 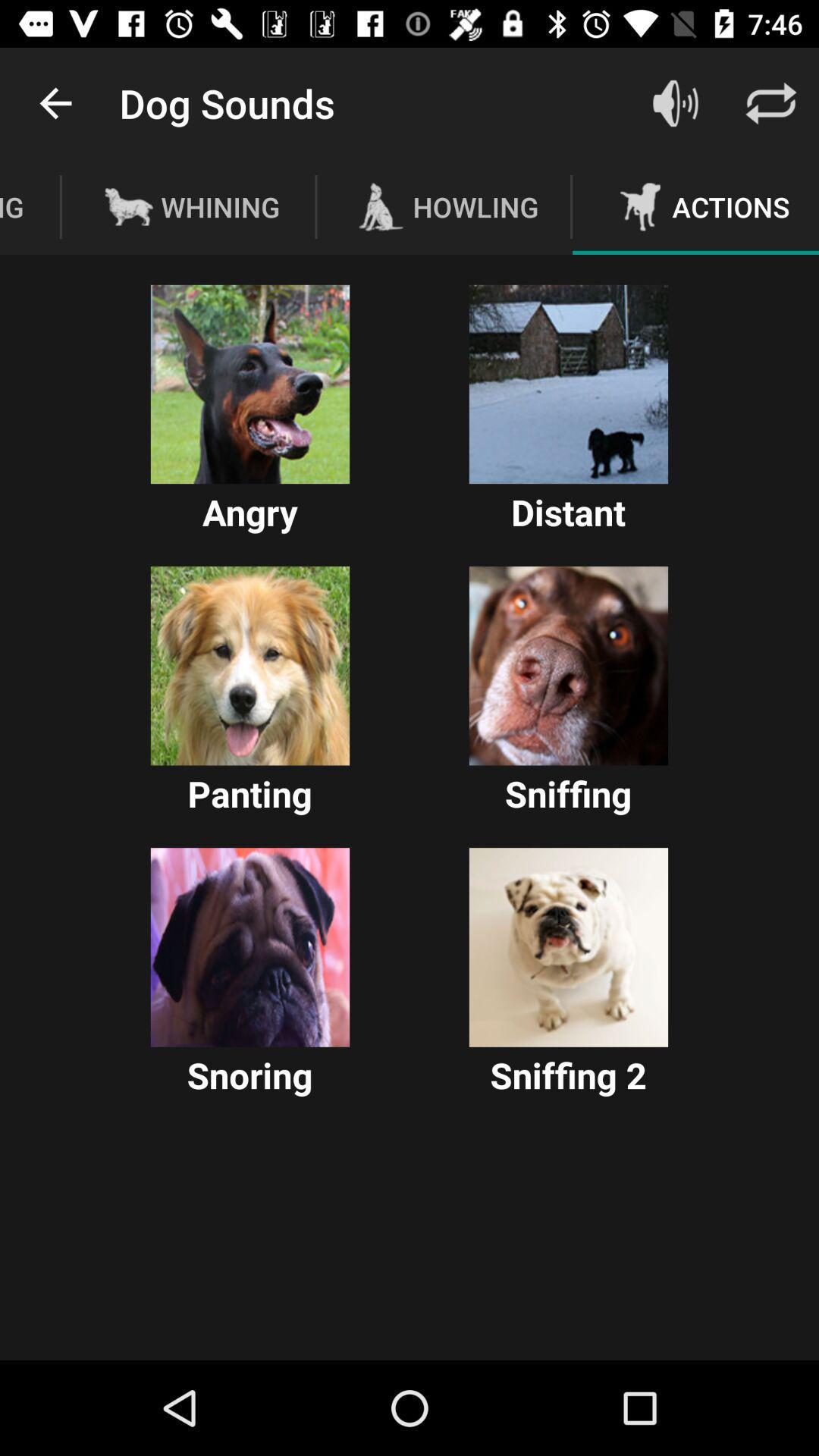 I want to click on icon to the right of howling, so click(x=675, y=102).